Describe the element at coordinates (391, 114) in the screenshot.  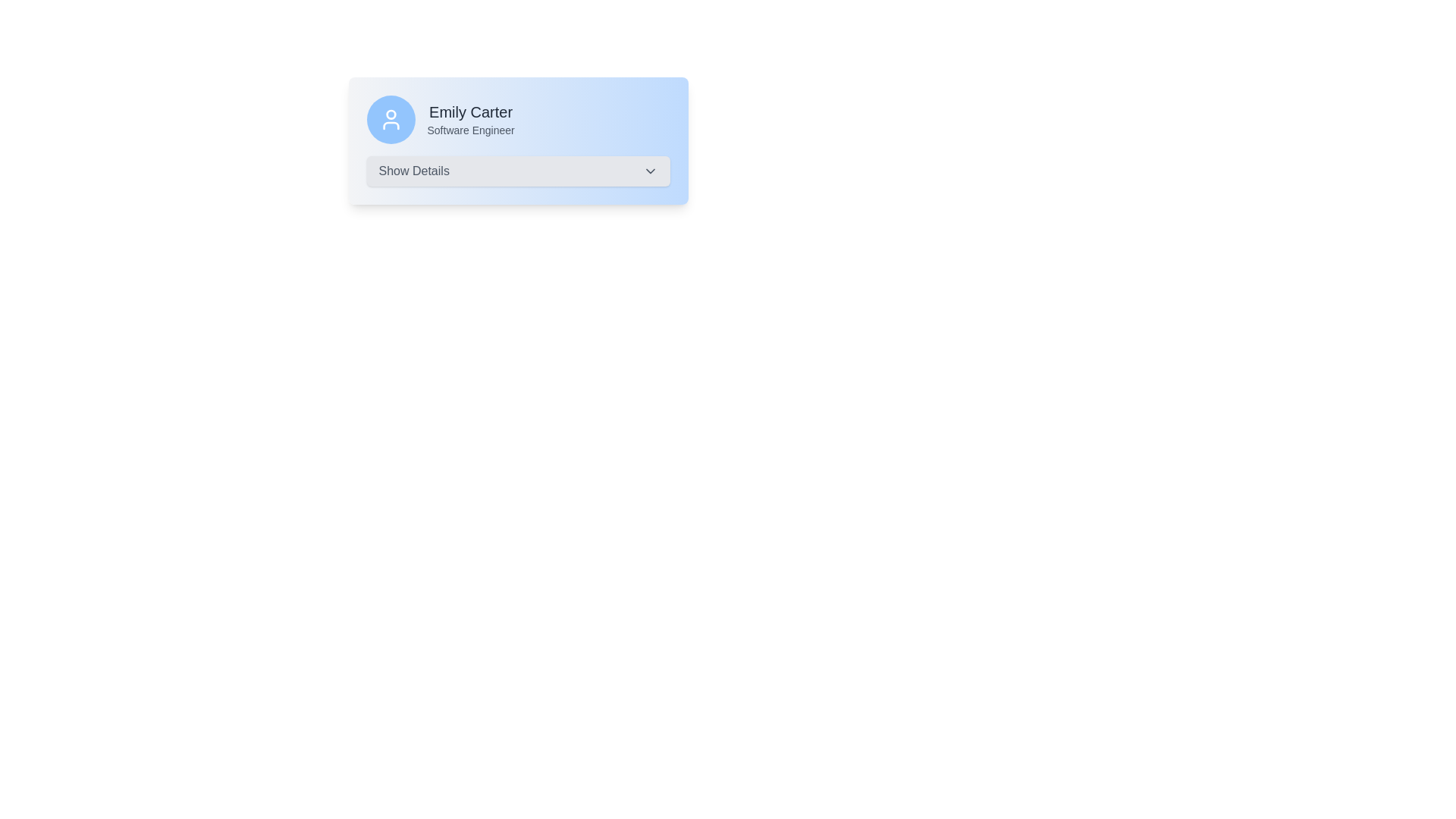
I see `the small circular shape representing the head in the user icon located at the top left corner of the card layout, adjacent to the text 'Emily Carter' and 'Software Engineer'` at that location.